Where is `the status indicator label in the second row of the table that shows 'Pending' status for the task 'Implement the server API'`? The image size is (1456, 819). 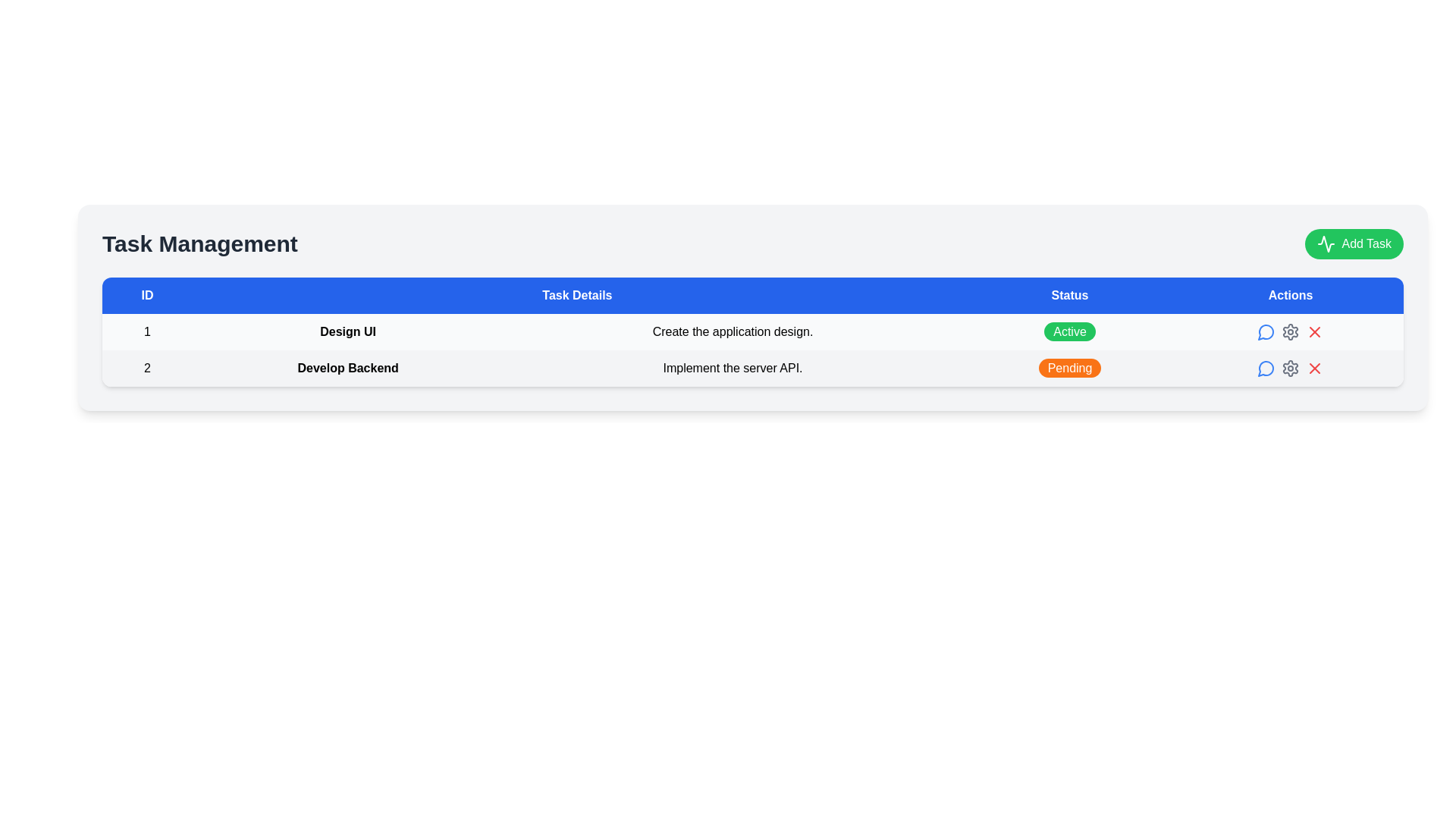
the status indicator label in the second row of the table that shows 'Pending' status for the task 'Implement the server API' is located at coordinates (1069, 369).